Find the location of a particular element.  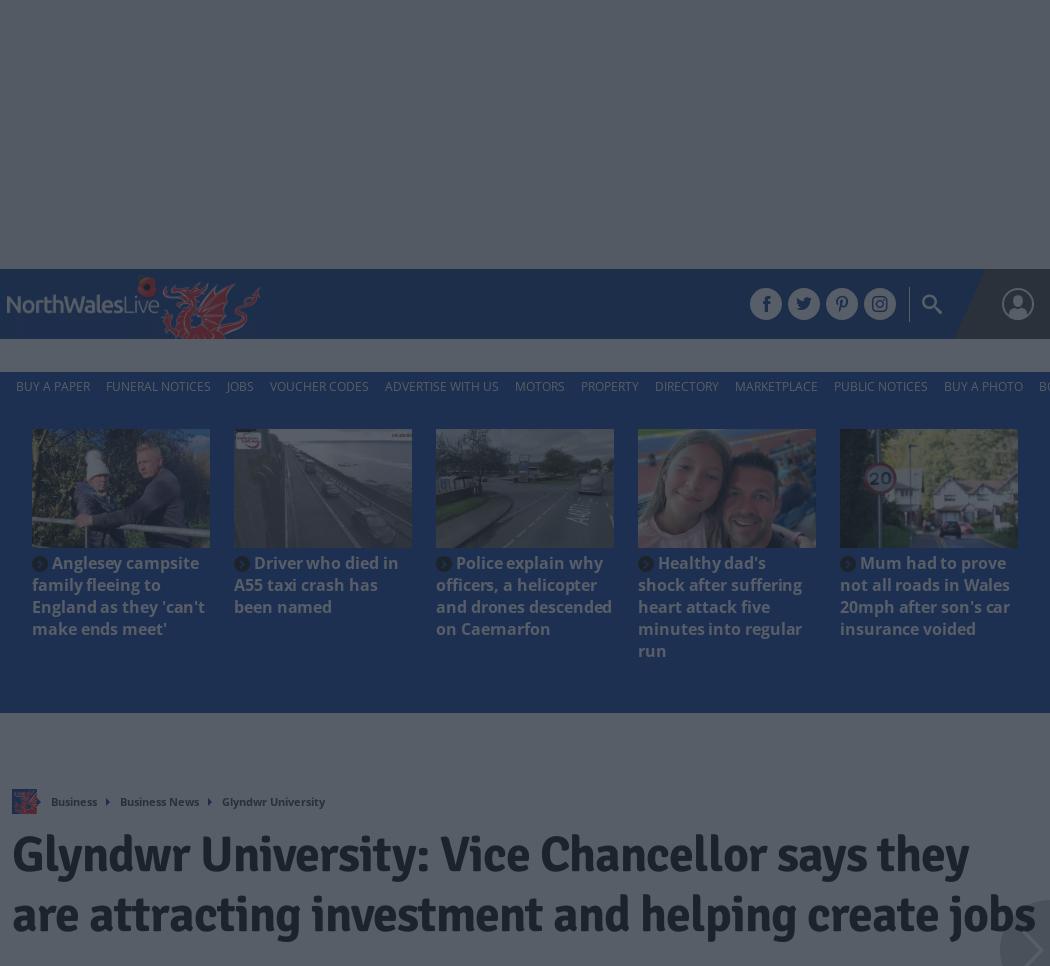

'Buy a photo' is located at coordinates (983, 386).